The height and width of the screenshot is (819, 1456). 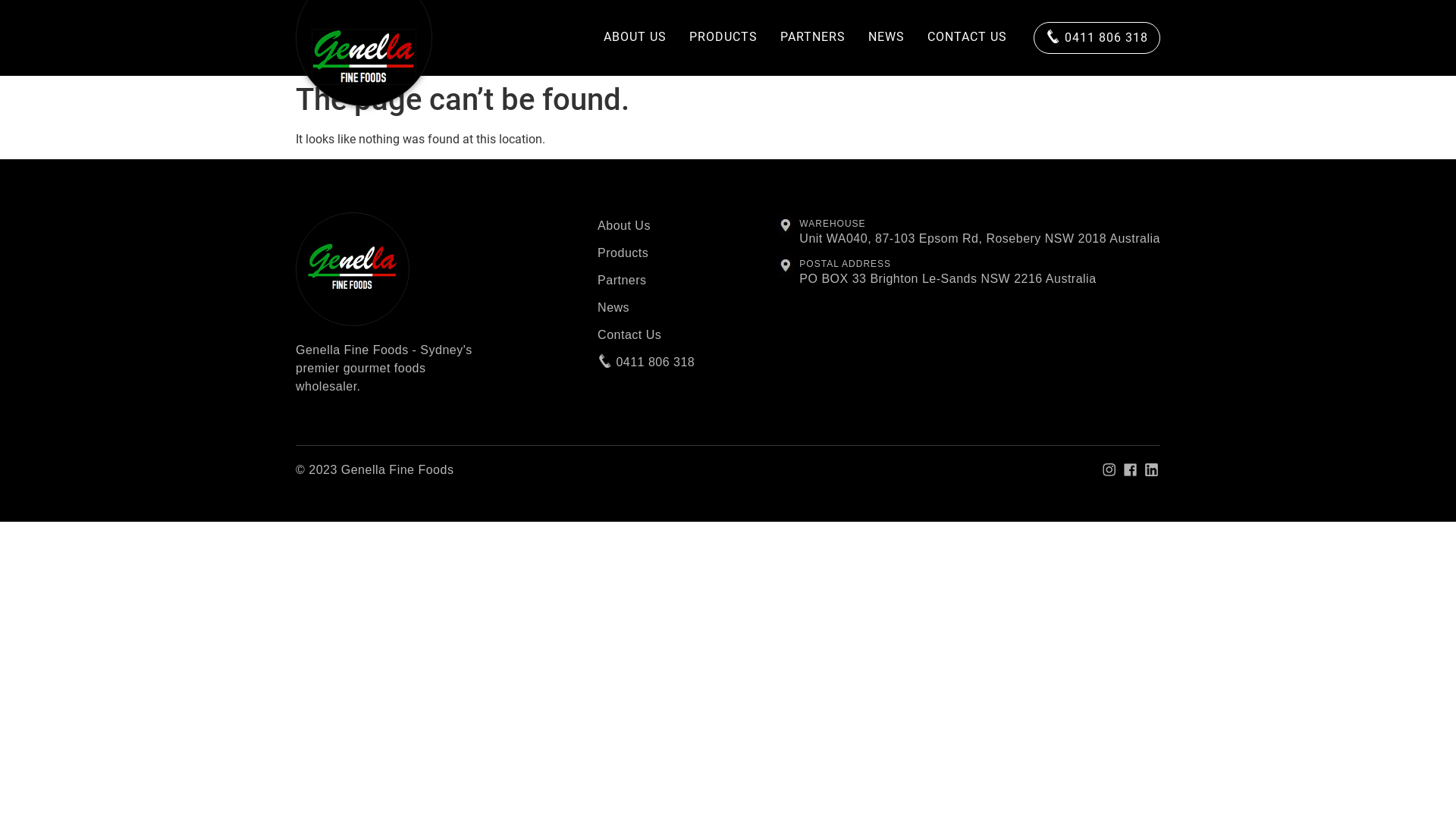 What do you see at coordinates (591, 37) in the screenshot?
I see `'ABOUT US'` at bounding box center [591, 37].